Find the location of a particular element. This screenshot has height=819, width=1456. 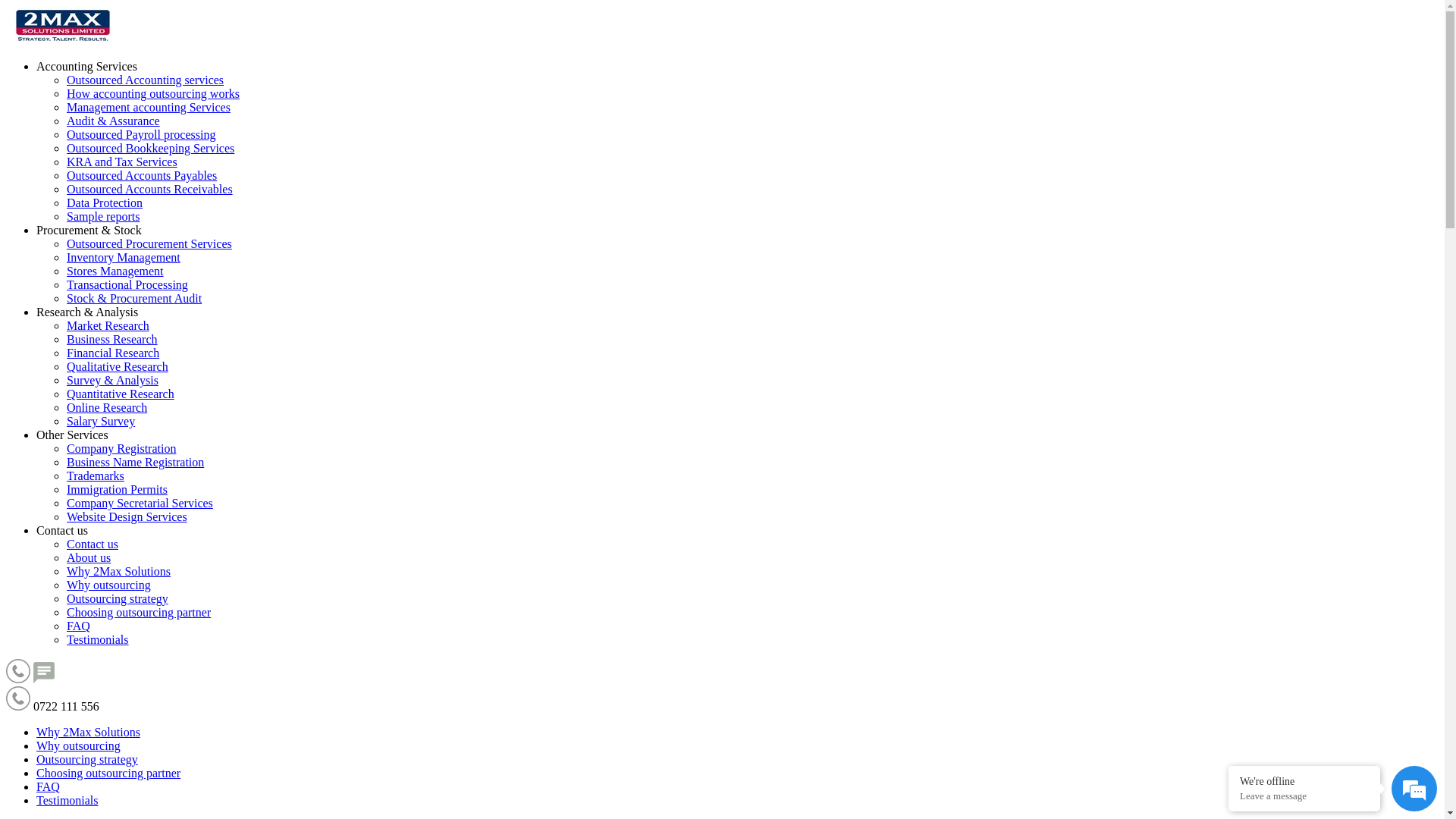

'Outsourced Payroll processing' is located at coordinates (141, 133).